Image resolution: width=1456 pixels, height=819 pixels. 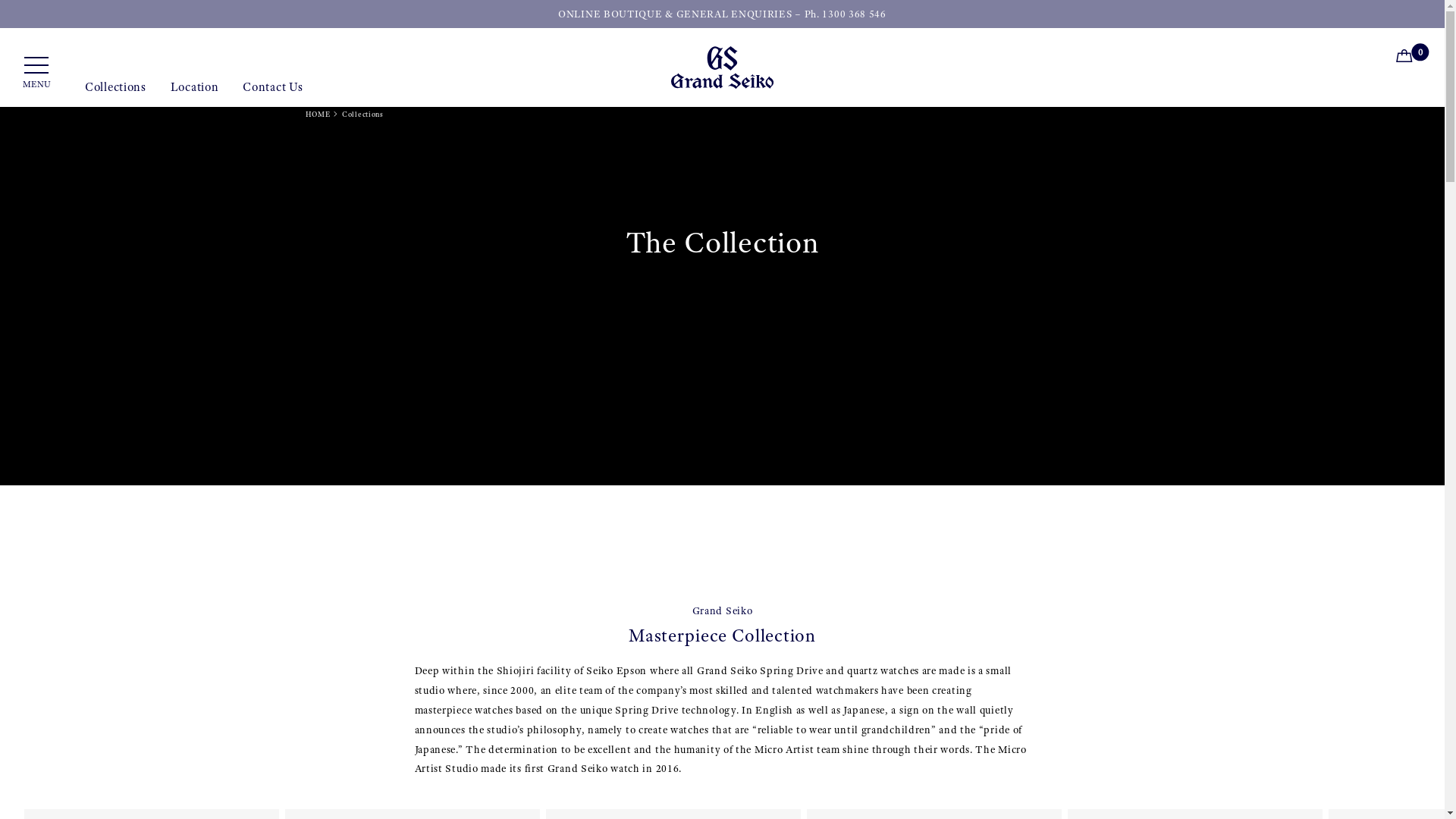 What do you see at coordinates (272, 93) in the screenshot?
I see `'Contact Us'` at bounding box center [272, 93].